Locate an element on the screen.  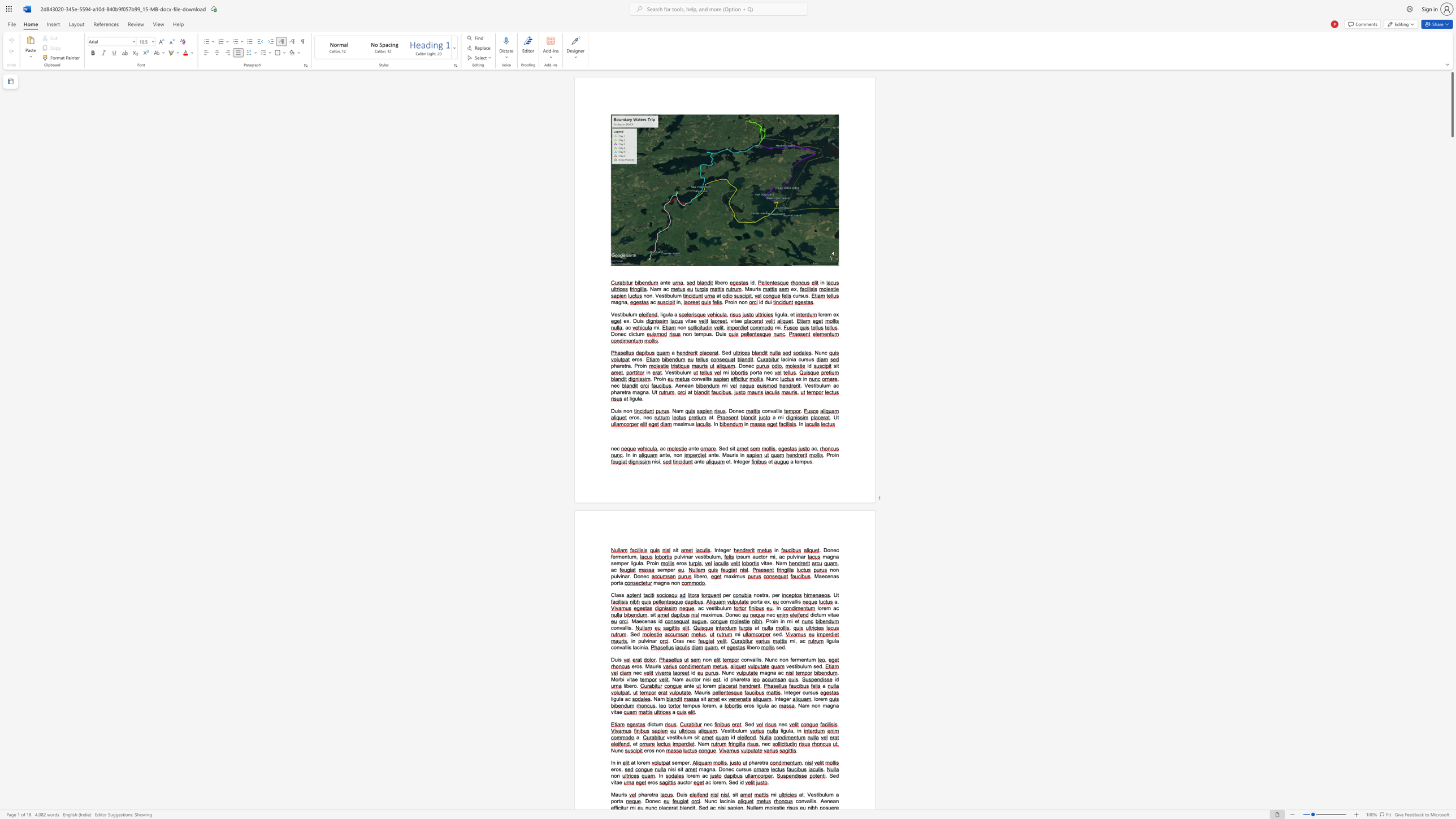
the 2th character "n" in the text is located at coordinates (828, 800).